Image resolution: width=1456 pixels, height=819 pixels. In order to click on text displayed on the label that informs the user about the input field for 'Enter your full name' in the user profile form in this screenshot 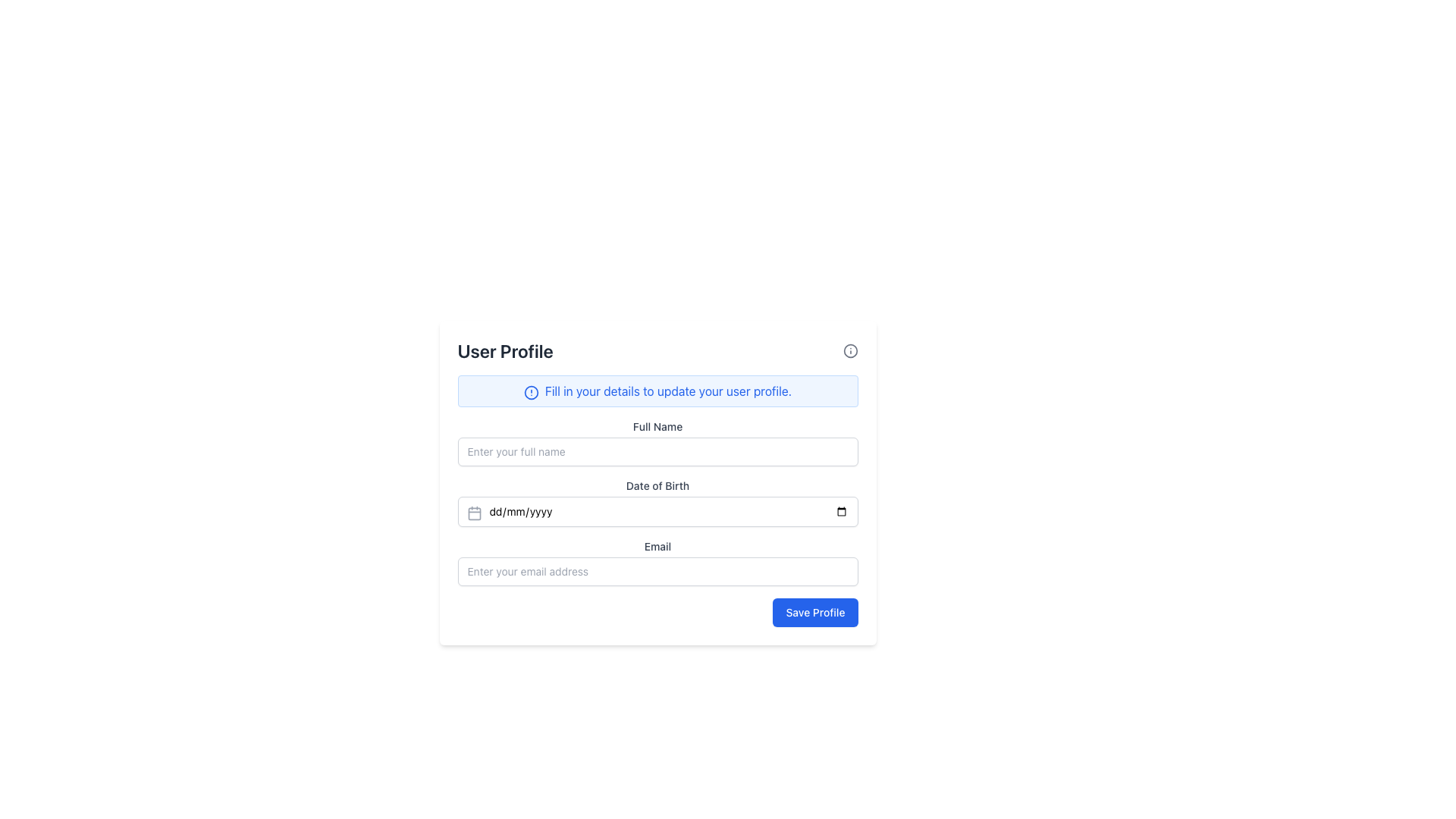, I will do `click(657, 427)`.